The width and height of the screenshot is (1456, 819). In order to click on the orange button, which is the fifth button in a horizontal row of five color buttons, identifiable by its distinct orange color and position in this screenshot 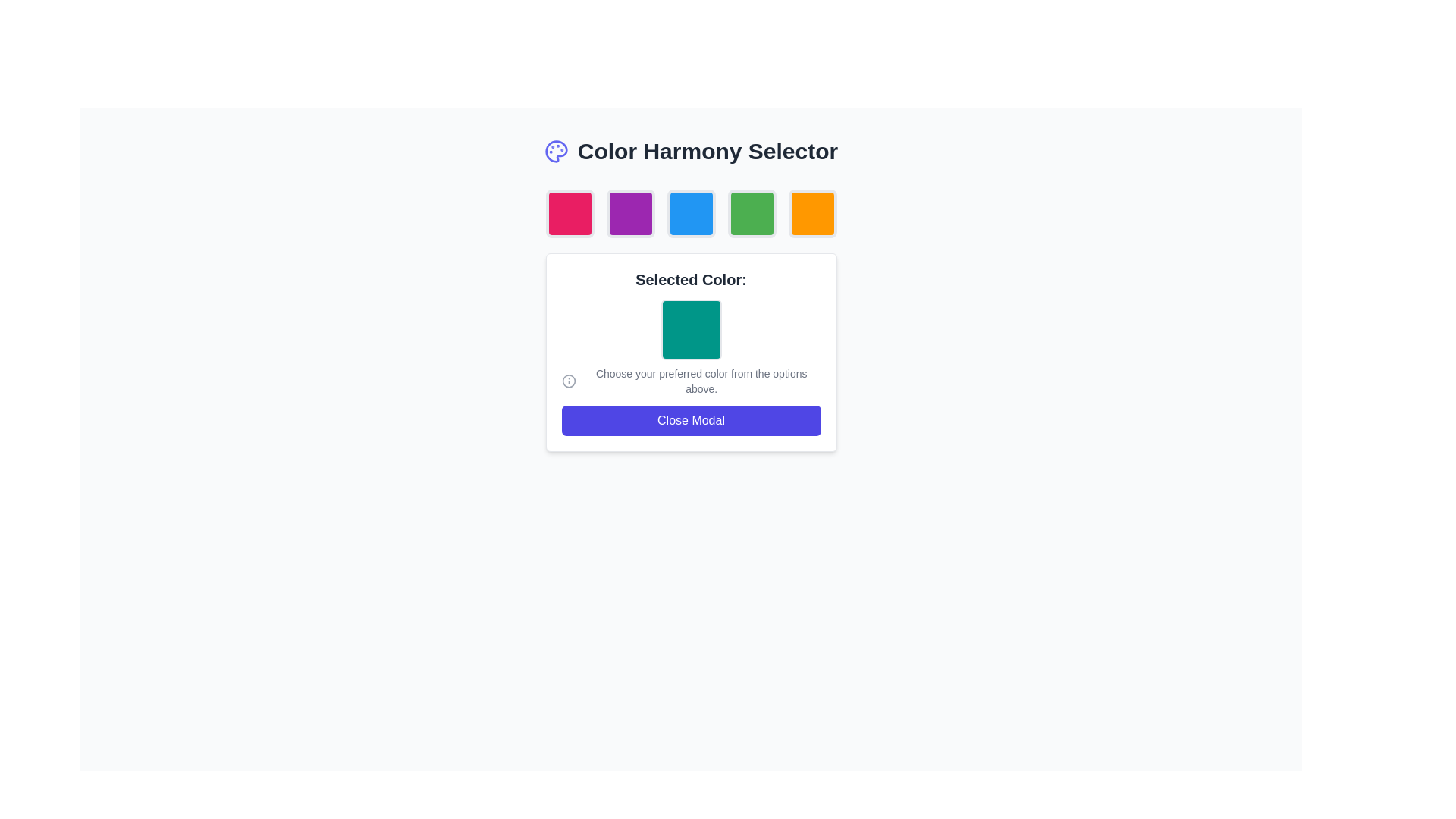, I will do `click(811, 213)`.